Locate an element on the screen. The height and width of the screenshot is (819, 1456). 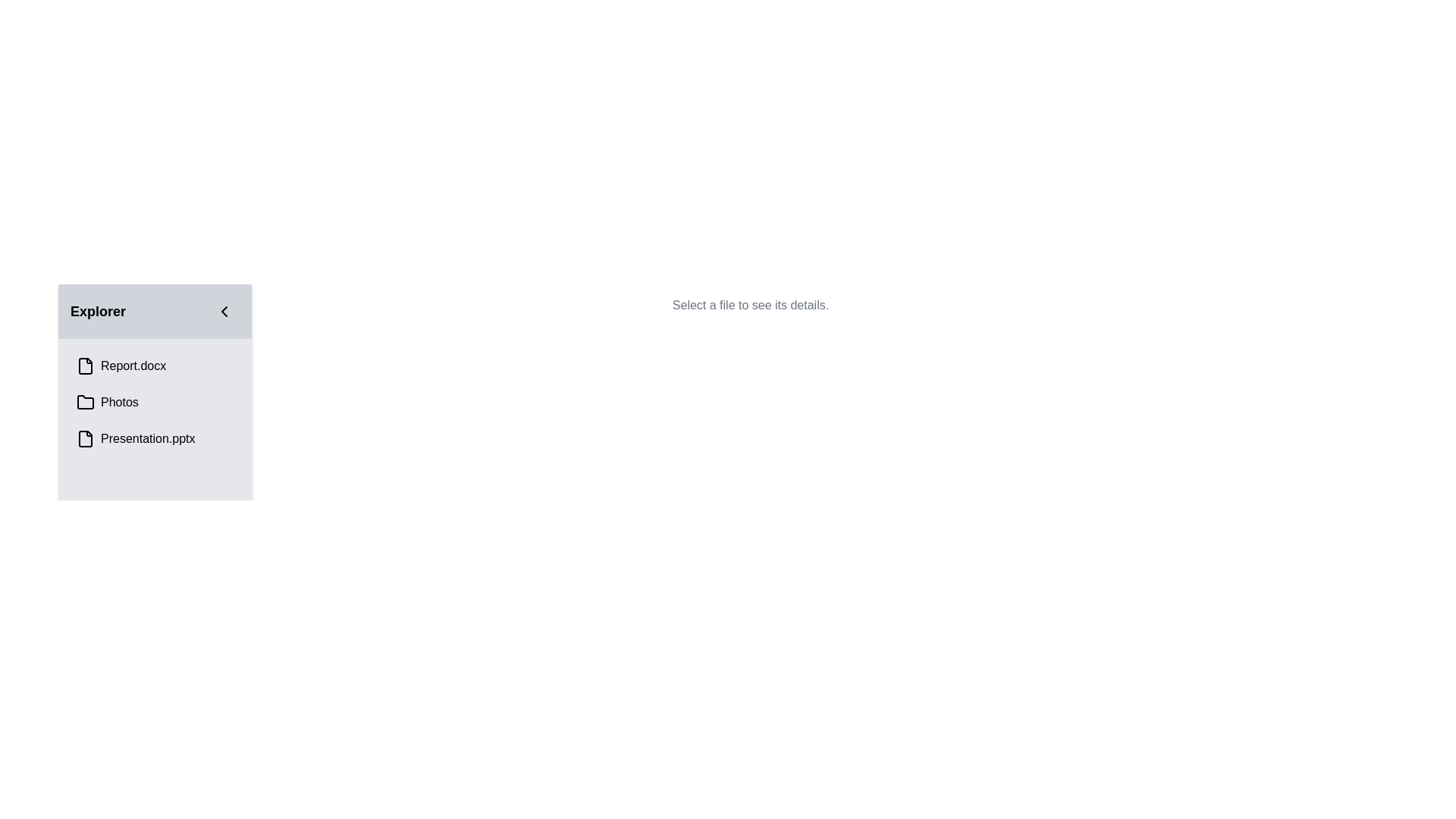
the 'Report.docx' button, which is the first item in the 'Explorer' sidebar is located at coordinates (155, 366).